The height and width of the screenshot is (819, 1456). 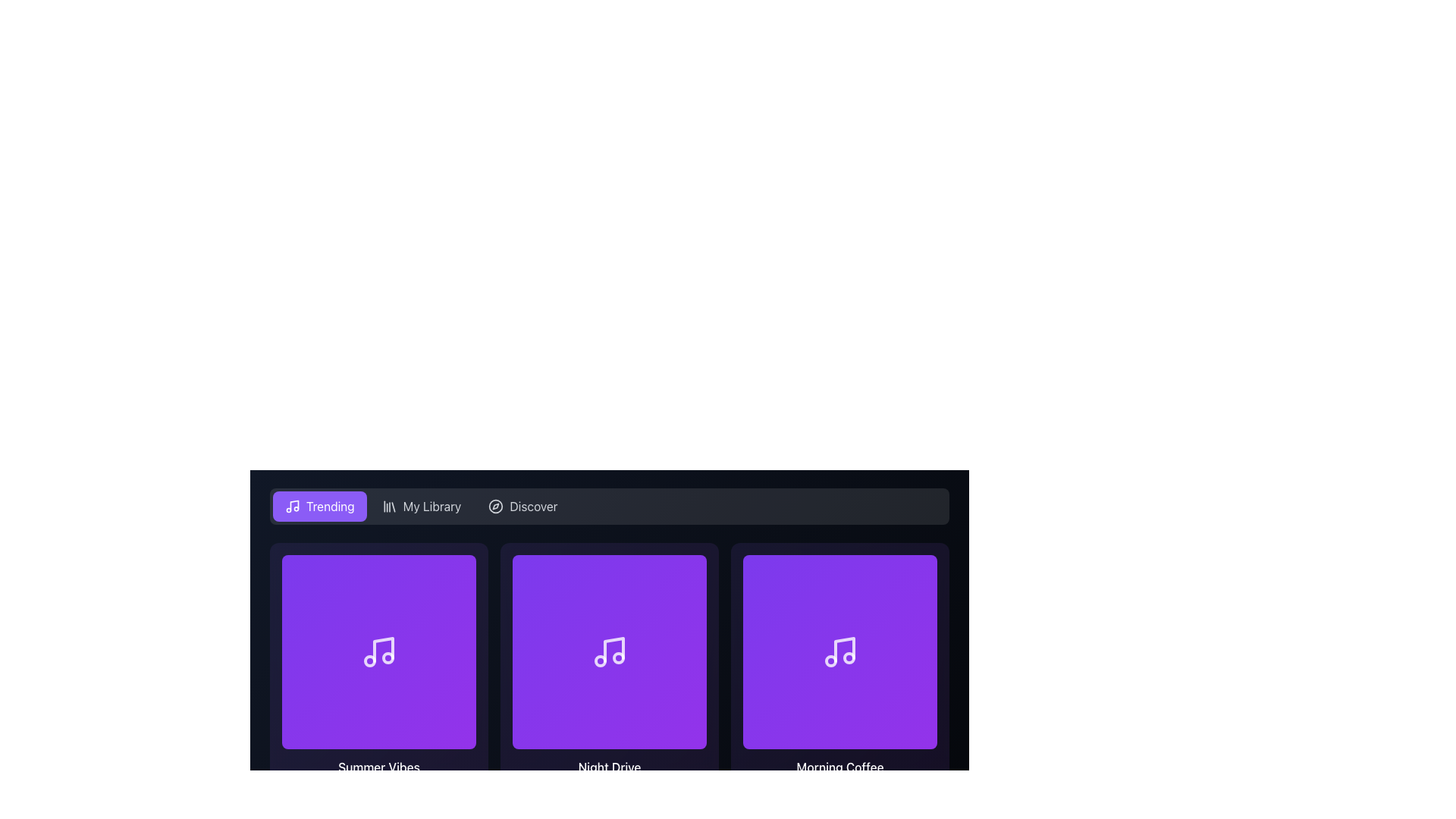 I want to click on the Text Label that serves as the title for the content associated with the purple box, positioned below the main icon and above the descriptive text about 'Deep Chill', so click(x=378, y=767).